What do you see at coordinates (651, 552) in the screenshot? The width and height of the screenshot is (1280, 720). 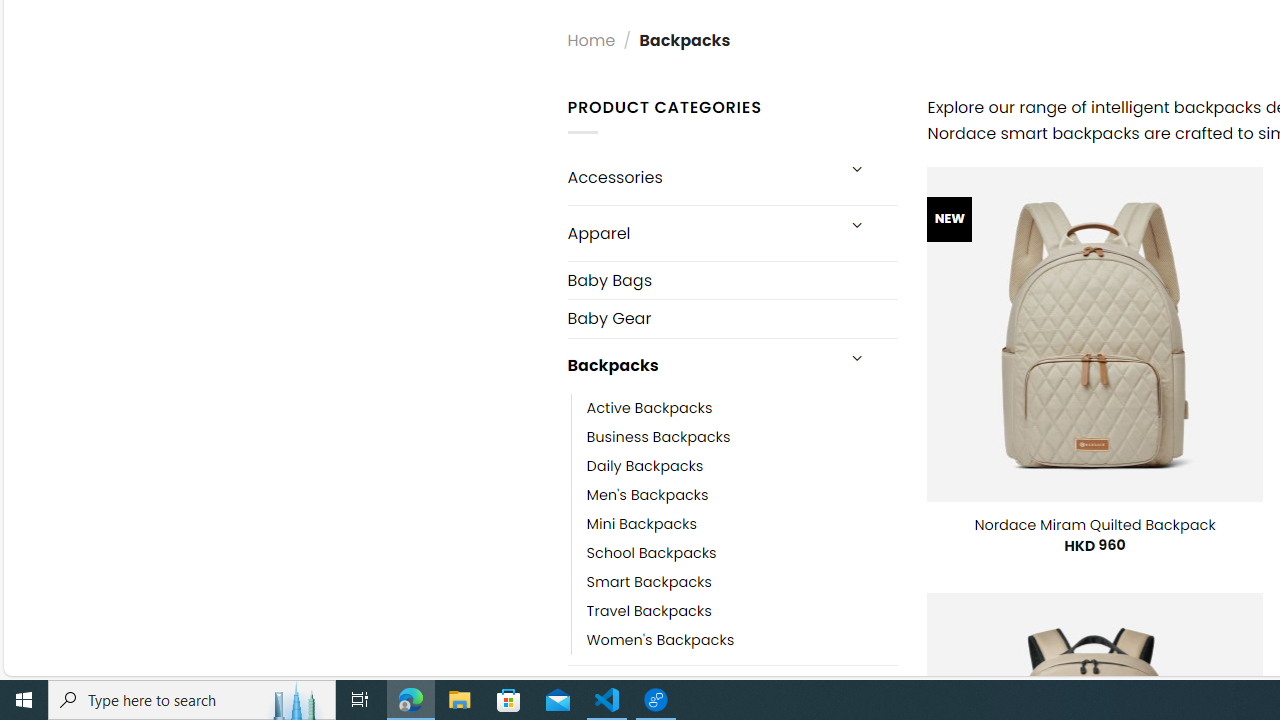 I see `'School Backpacks'` at bounding box center [651, 552].